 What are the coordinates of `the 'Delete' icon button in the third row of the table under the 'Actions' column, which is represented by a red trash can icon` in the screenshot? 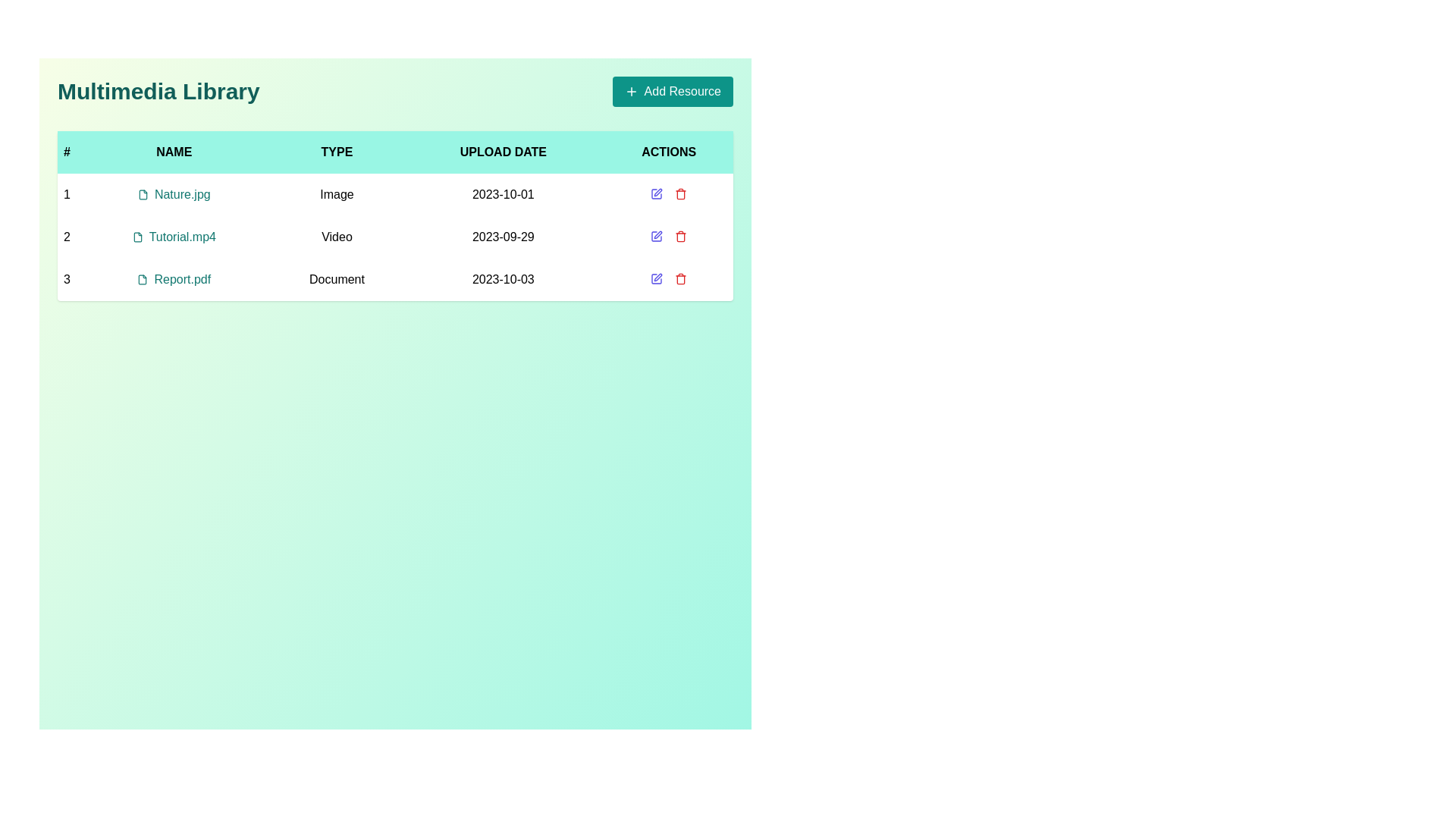 It's located at (680, 194).